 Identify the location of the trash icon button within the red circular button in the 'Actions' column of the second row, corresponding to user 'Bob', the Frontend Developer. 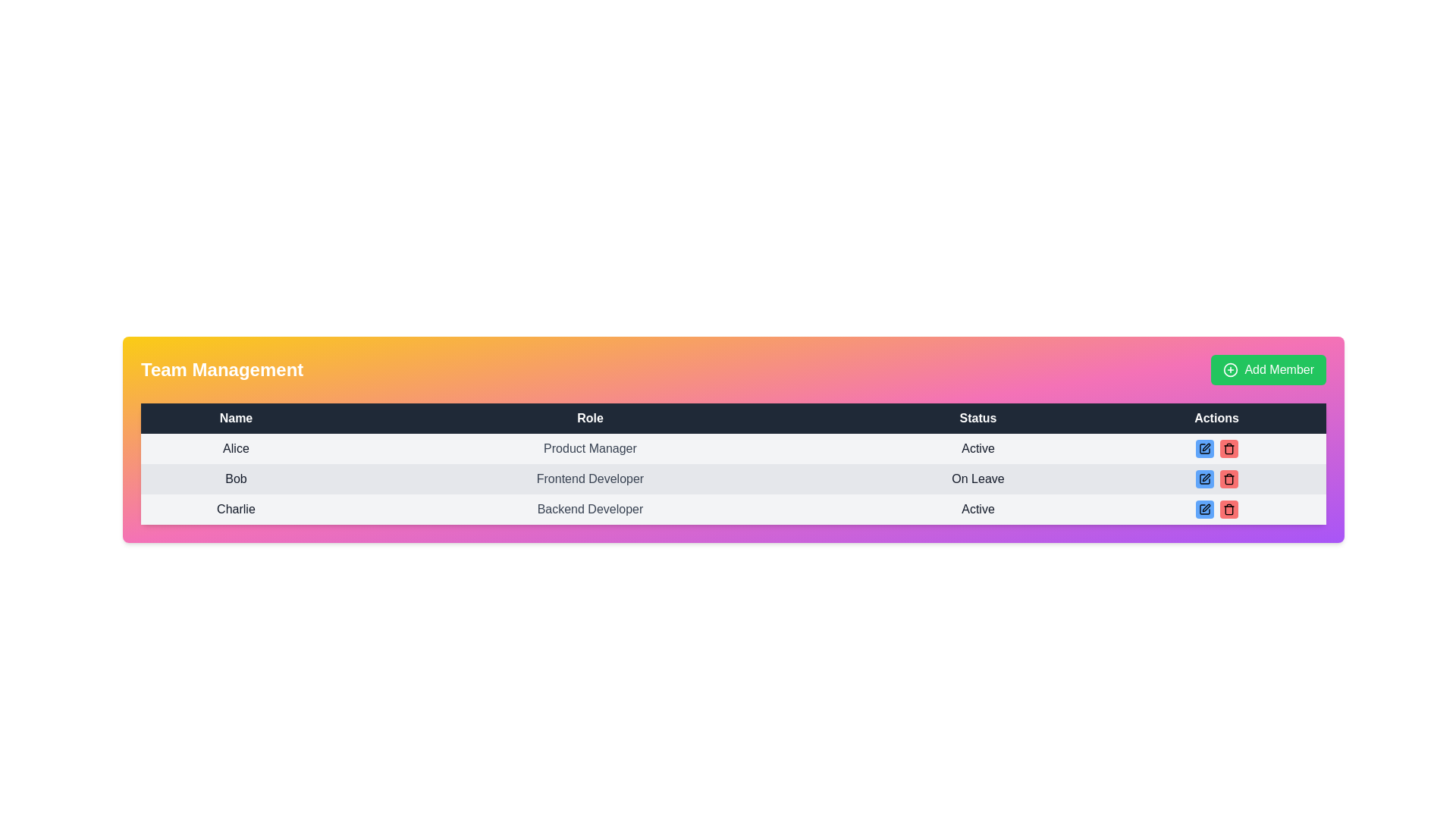
(1228, 509).